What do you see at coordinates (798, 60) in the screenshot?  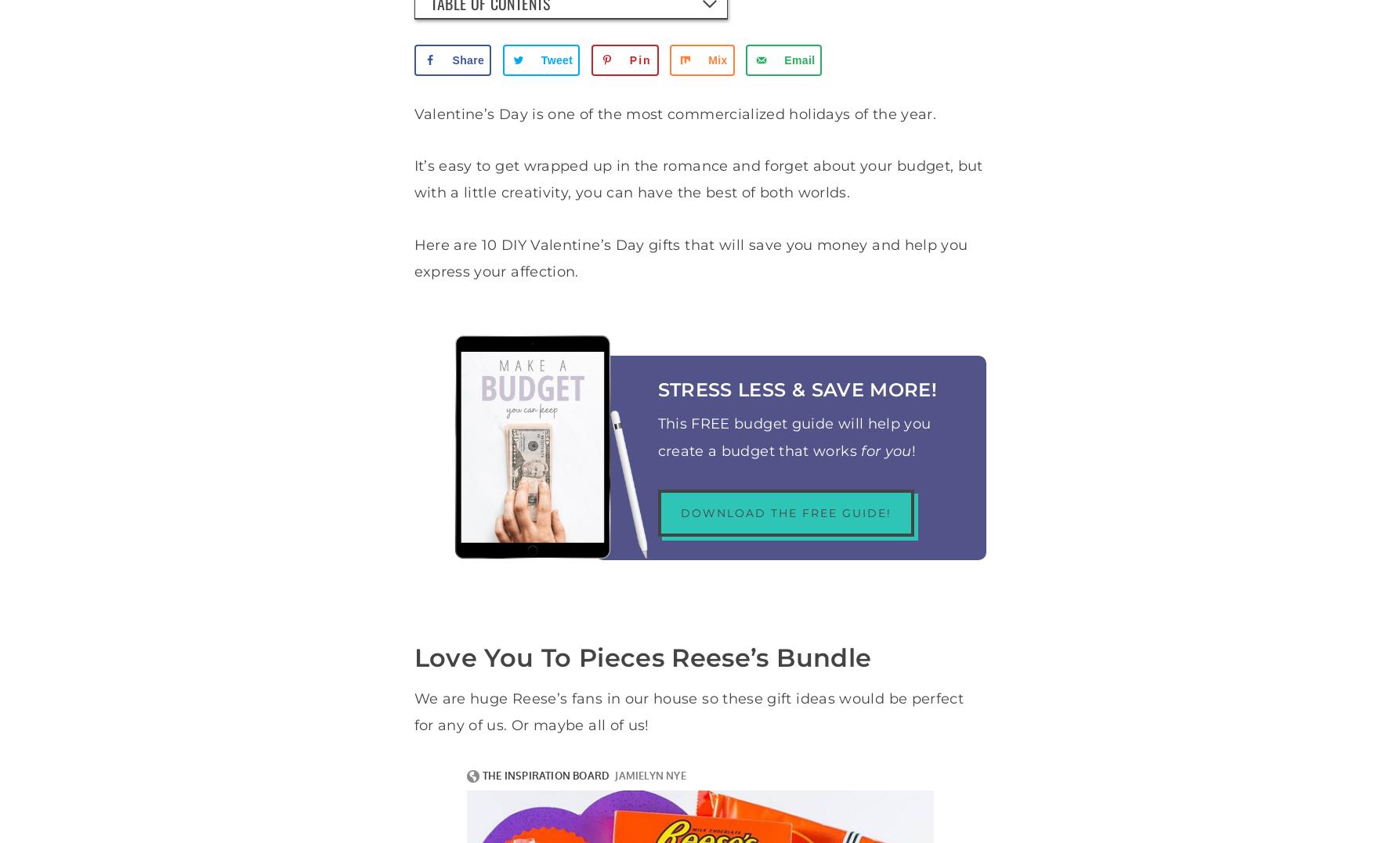 I see `'Email'` at bounding box center [798, 60].